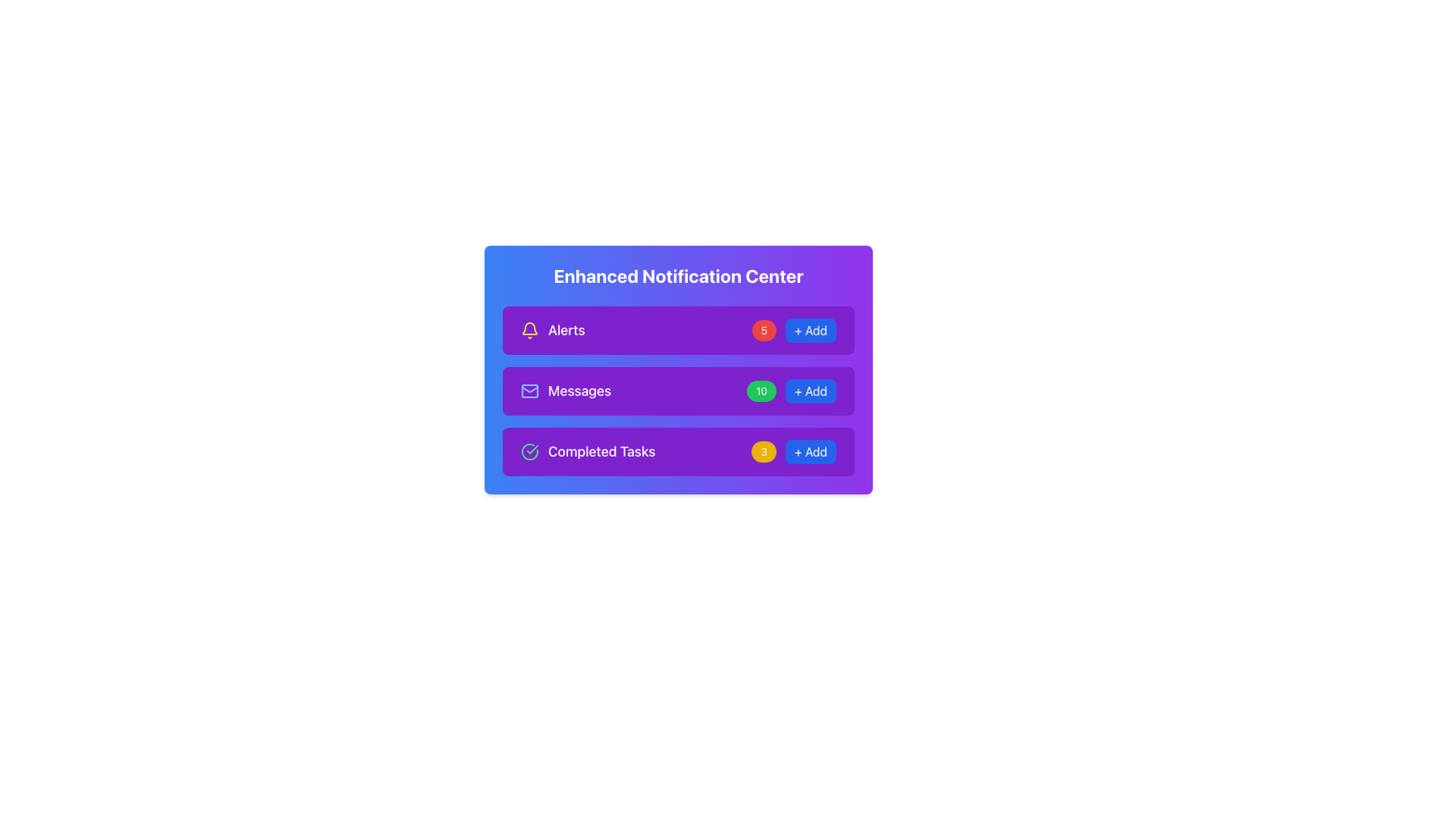 This screenshot has width=1456, height=819. I want to click on the 'Messages' notifications section which includes a count badge and a '+ Add' button, located in the Enhanced Notification Center, second in the vertical stack, so click(677, 391).